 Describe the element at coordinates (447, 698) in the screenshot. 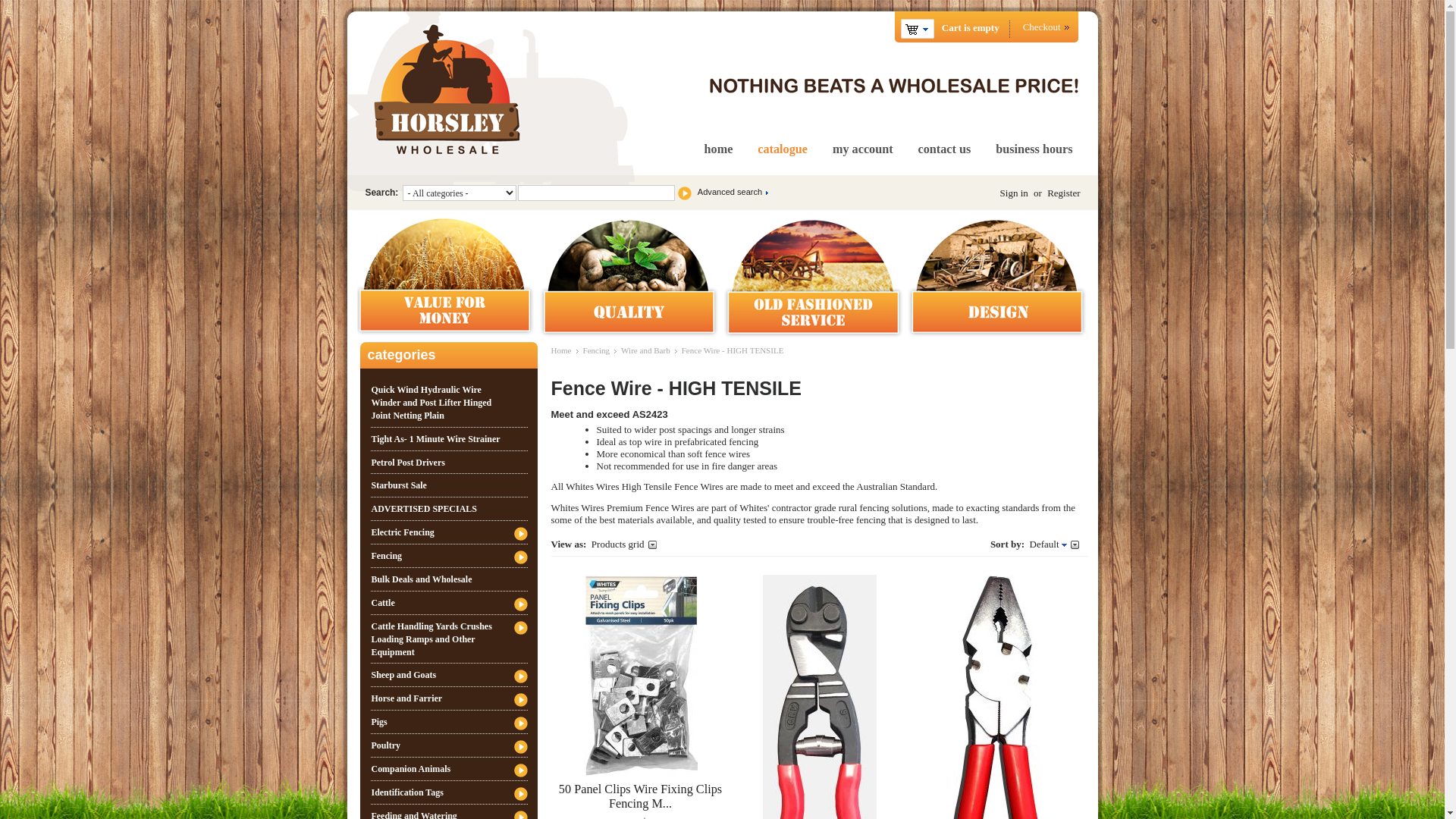

I see `'Horse and Farrier'` at that location.